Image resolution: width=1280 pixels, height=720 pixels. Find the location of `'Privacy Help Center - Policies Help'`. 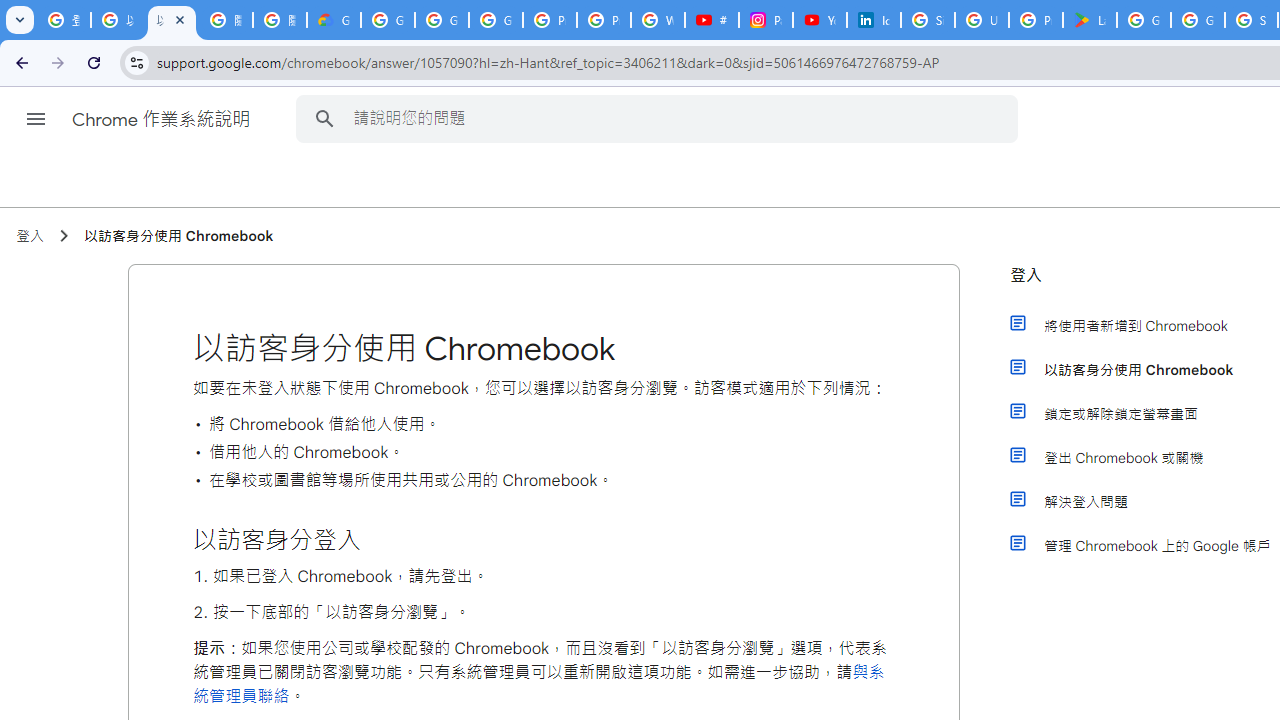

'Privacy Help Center - Policies Help' is located at coordinates (603, 20).